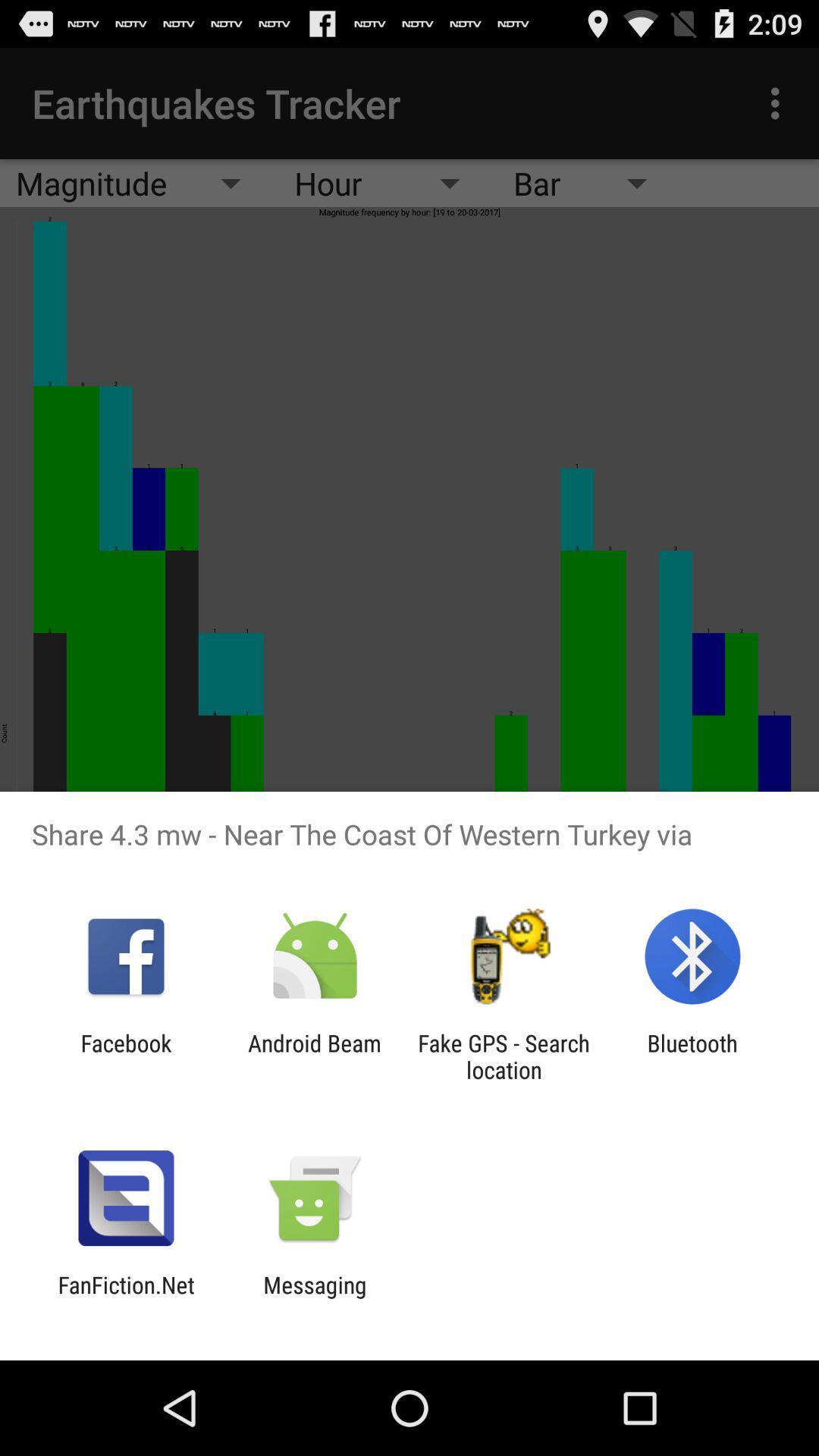 This screenshot has width=819, height=1456. I want to click on the facebook app, so click(125, 1056).